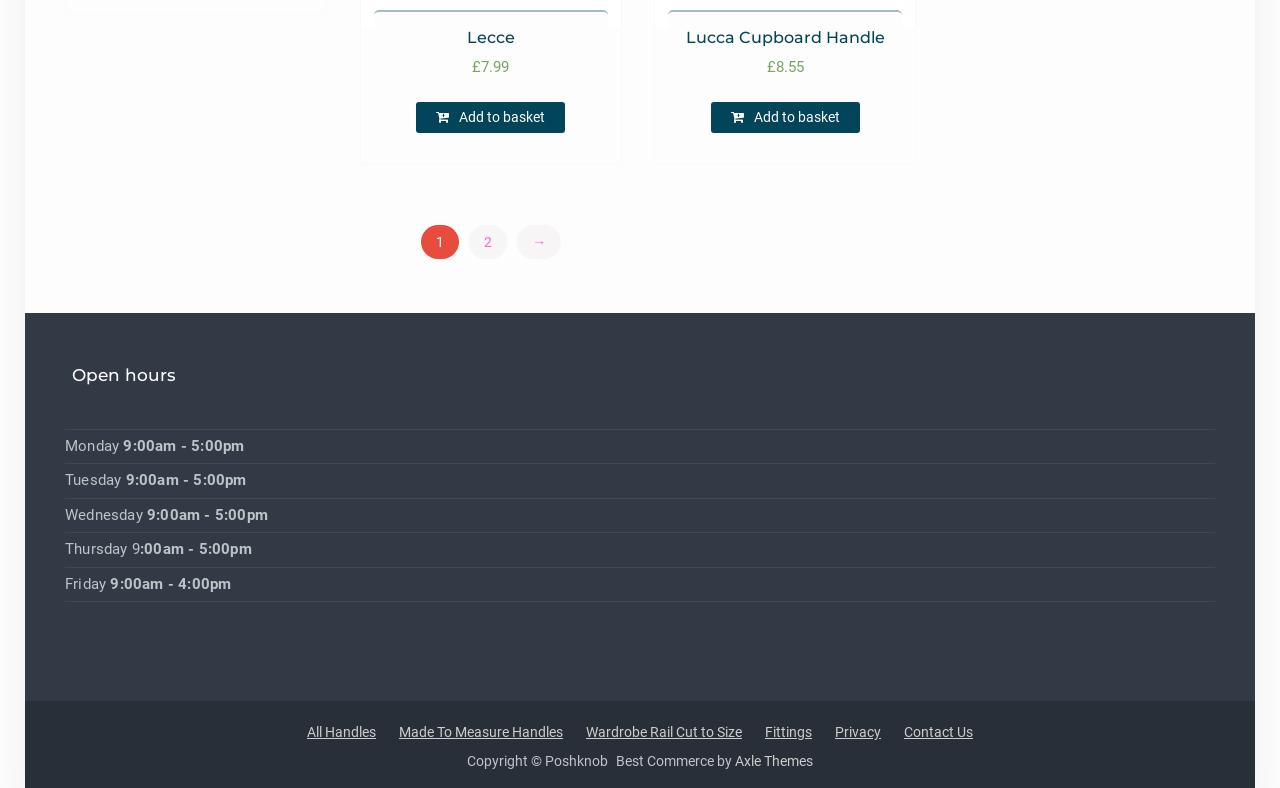  What do you see at coordinates (86, 582) in the screenshot?
I see `'Friday'` at bounding box center [86, 582].